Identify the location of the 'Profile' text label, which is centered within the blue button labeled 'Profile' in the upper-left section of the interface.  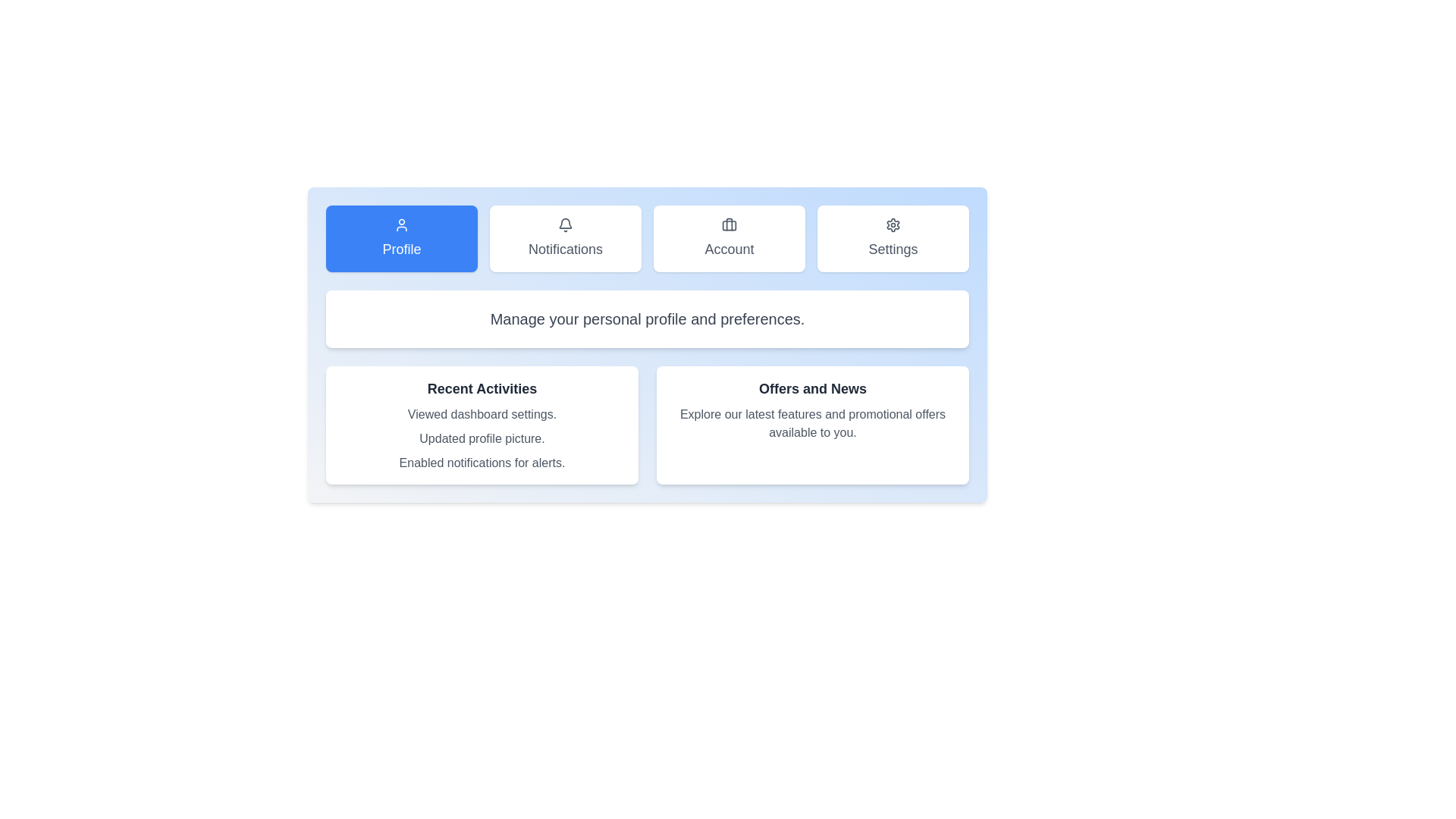
(401, 248).